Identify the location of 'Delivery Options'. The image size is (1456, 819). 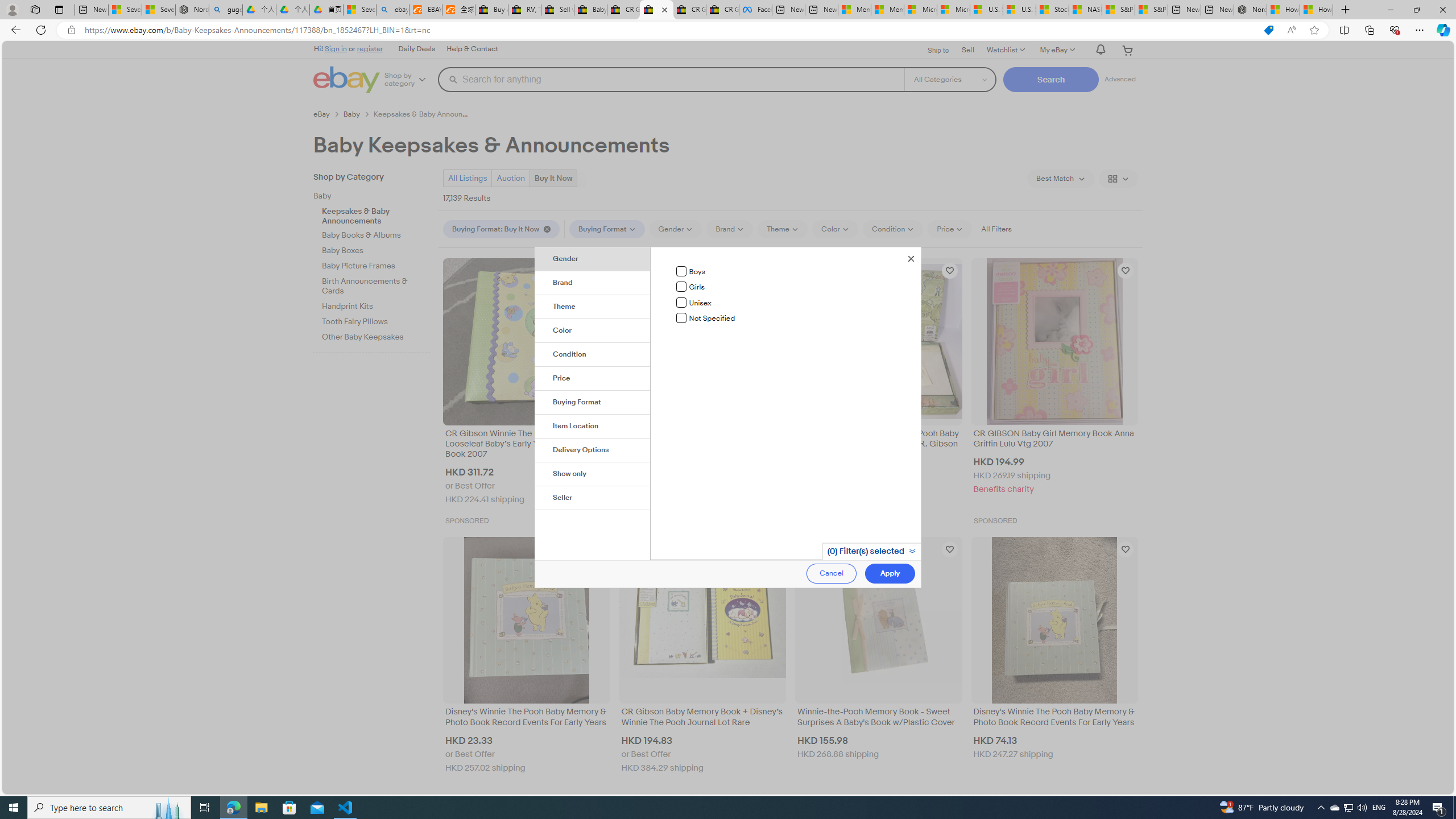
(593, 450).